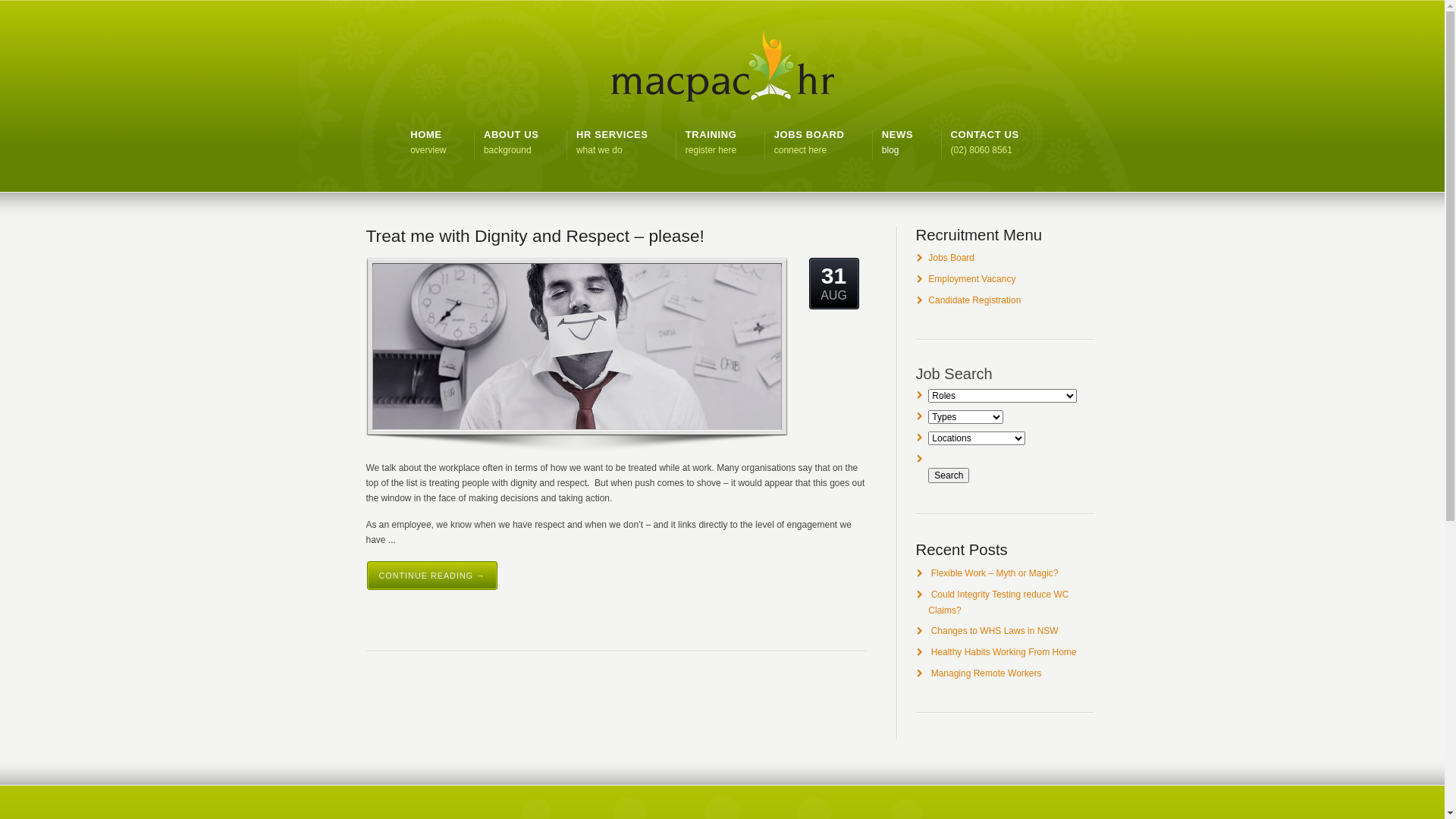  What do you see at coordinates (971, 278) in the screenshot?
I see `'Employment Vacancy'` at bounding box center [971, 278].